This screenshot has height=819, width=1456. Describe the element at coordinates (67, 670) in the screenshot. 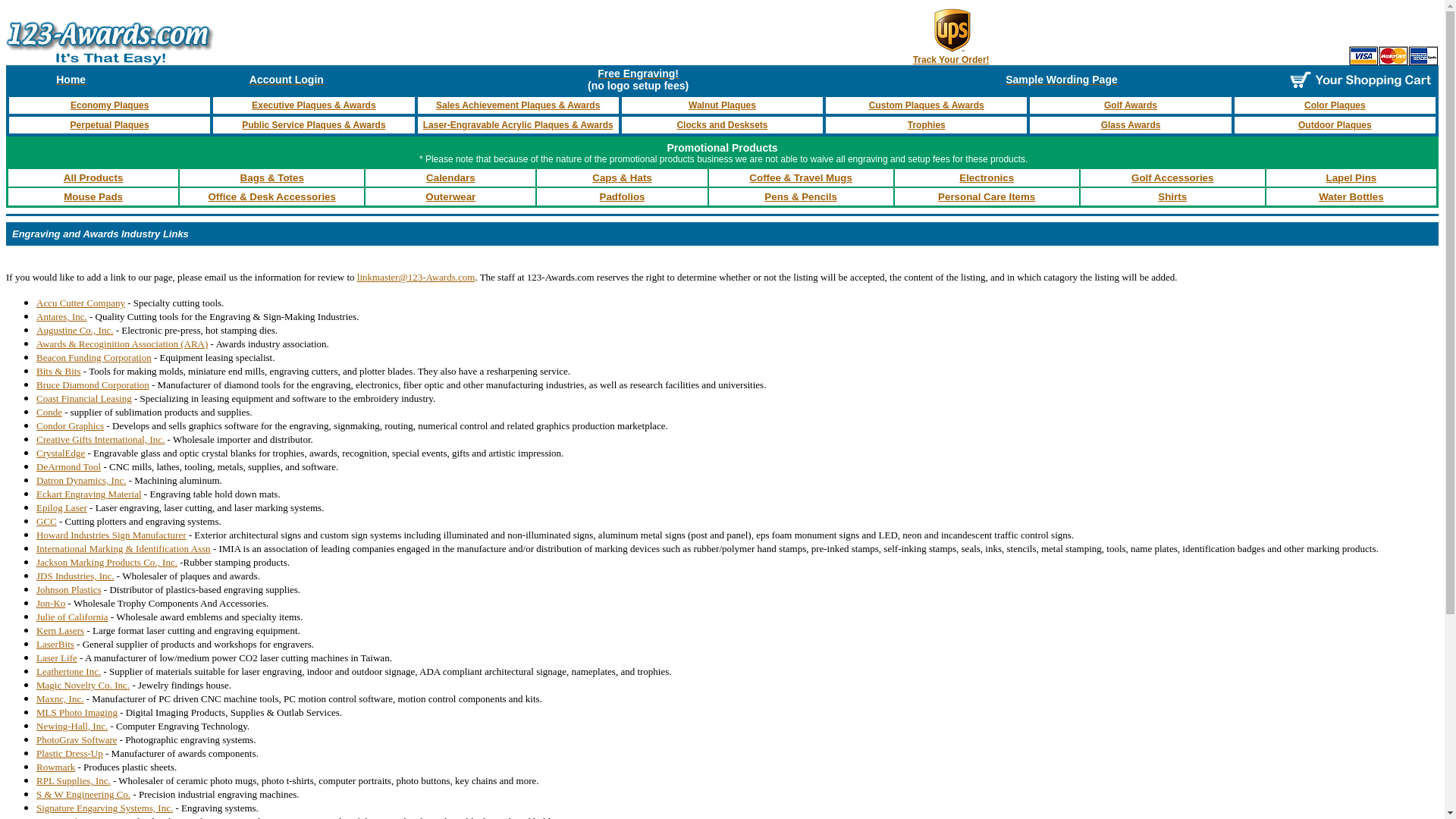

I see `'Leathertone Inc.'` at that location.